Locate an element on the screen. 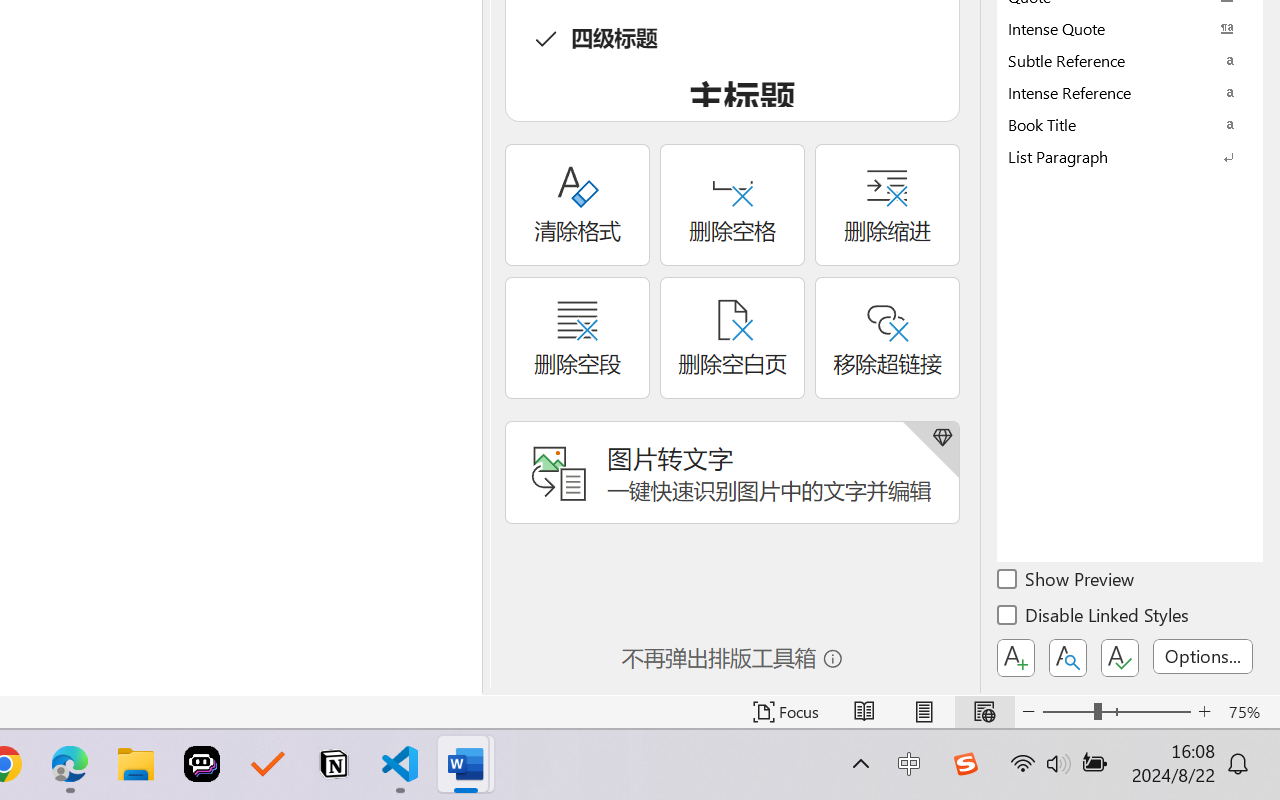 The image size is (1280, 800). 'Focus ' is located at coordinates (785, 711).